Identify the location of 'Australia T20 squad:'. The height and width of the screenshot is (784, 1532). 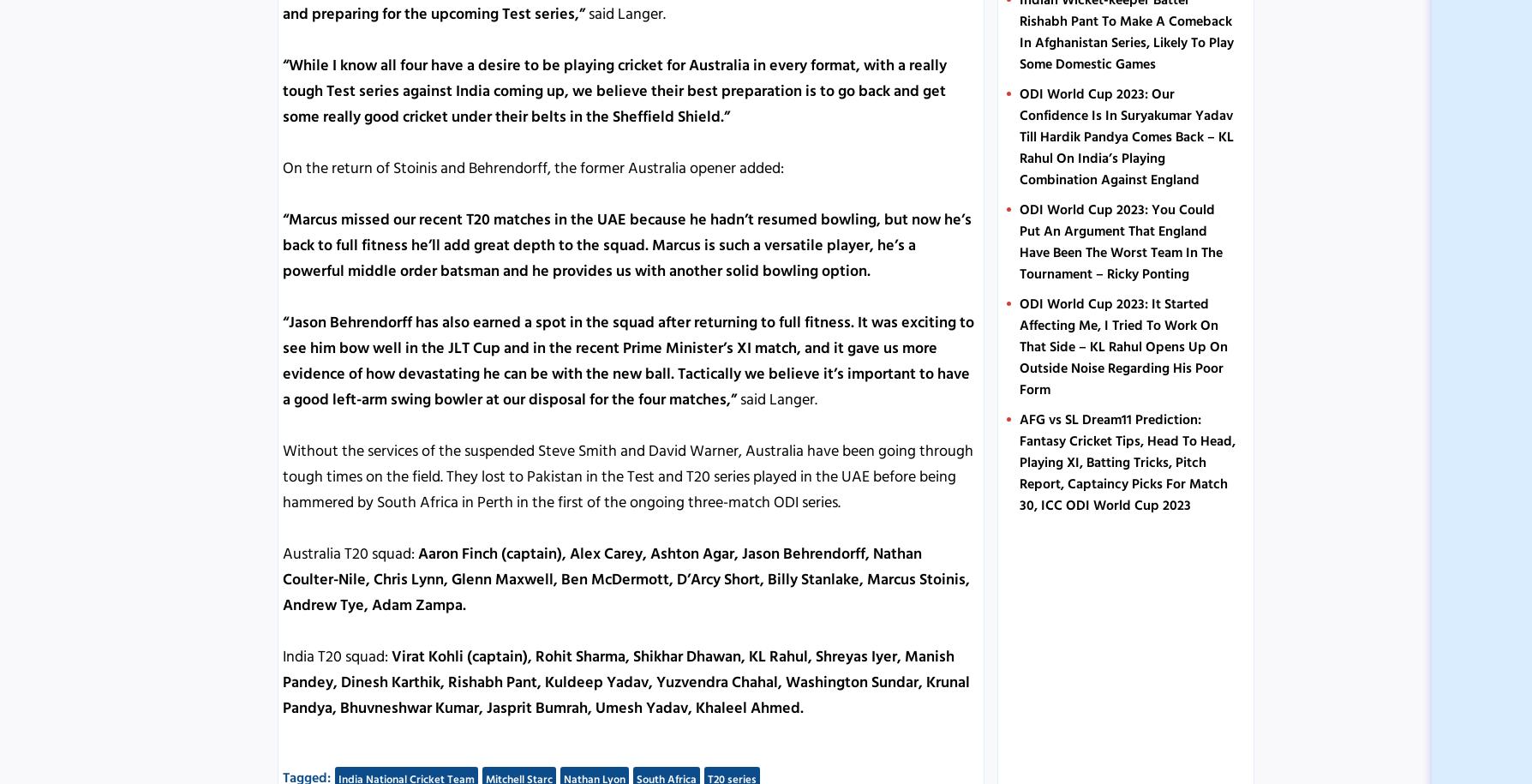
(282, 553).